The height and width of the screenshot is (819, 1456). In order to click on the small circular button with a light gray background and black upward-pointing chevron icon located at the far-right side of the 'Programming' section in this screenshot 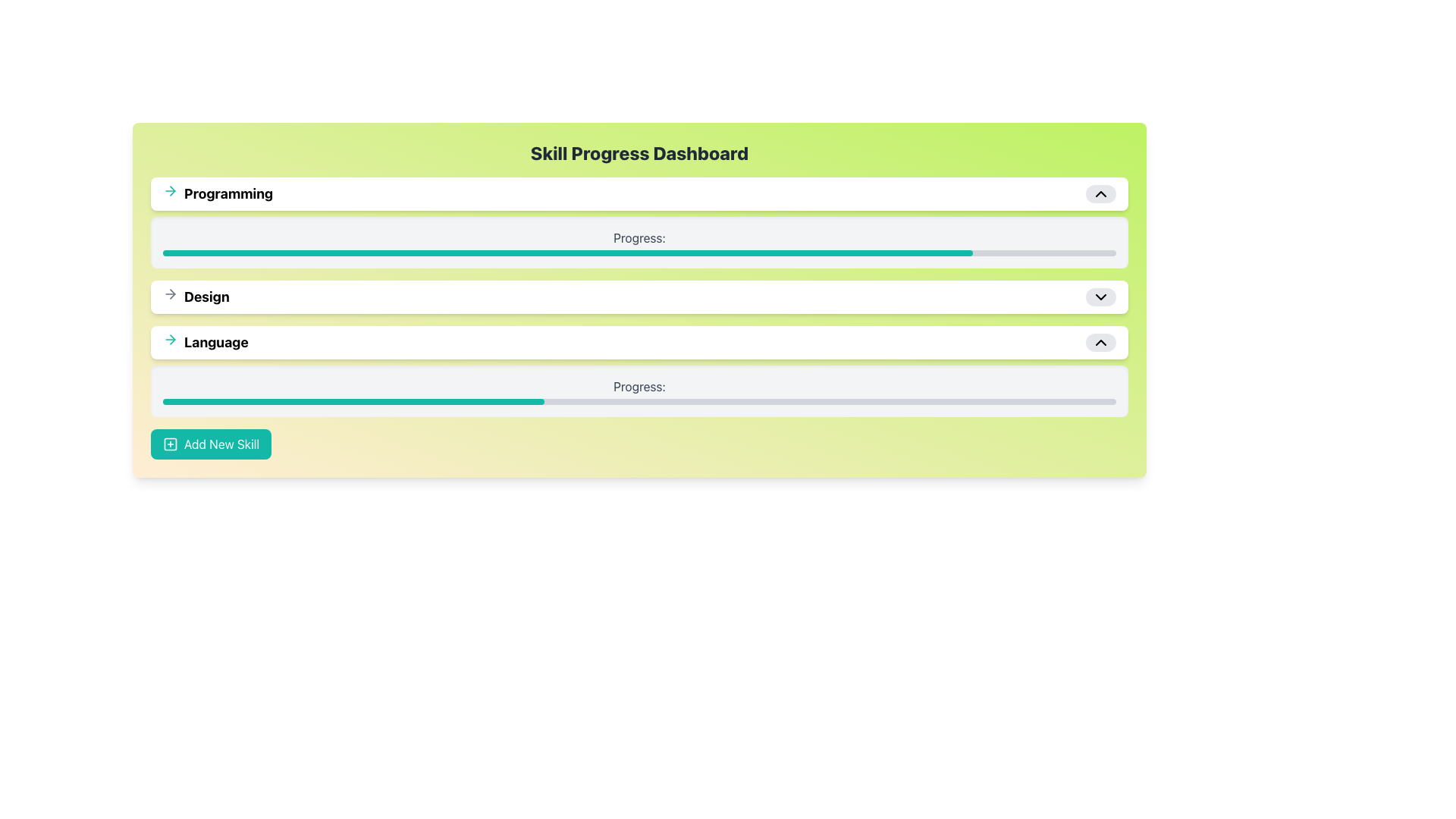, I will do `click(1100, 193)`.